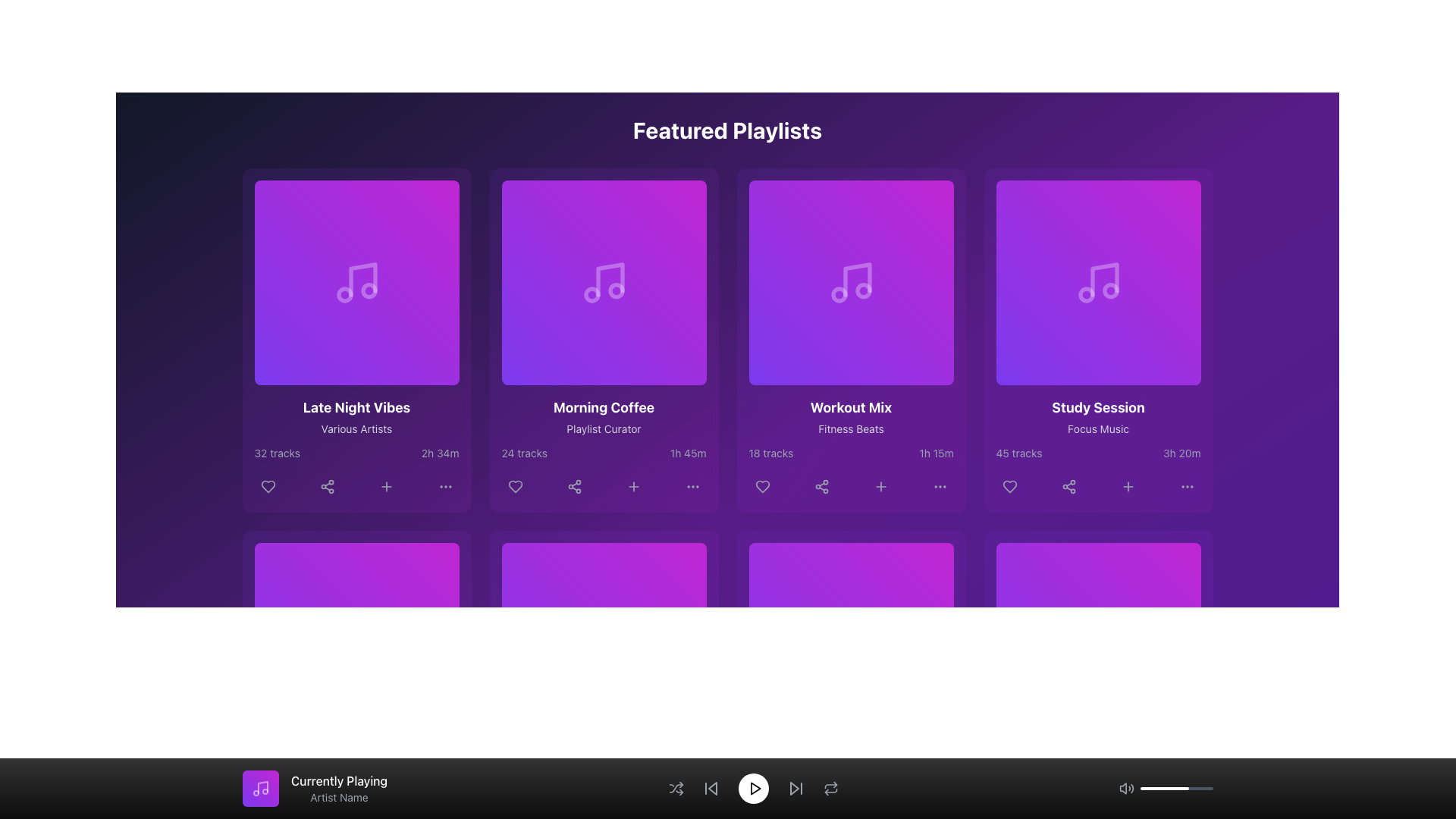  I want to click on the 'Workout Mix' button located at the bottom center of the 'Workout Mix' card, which is the third button in a group of similar buttons, so click(880, 486).